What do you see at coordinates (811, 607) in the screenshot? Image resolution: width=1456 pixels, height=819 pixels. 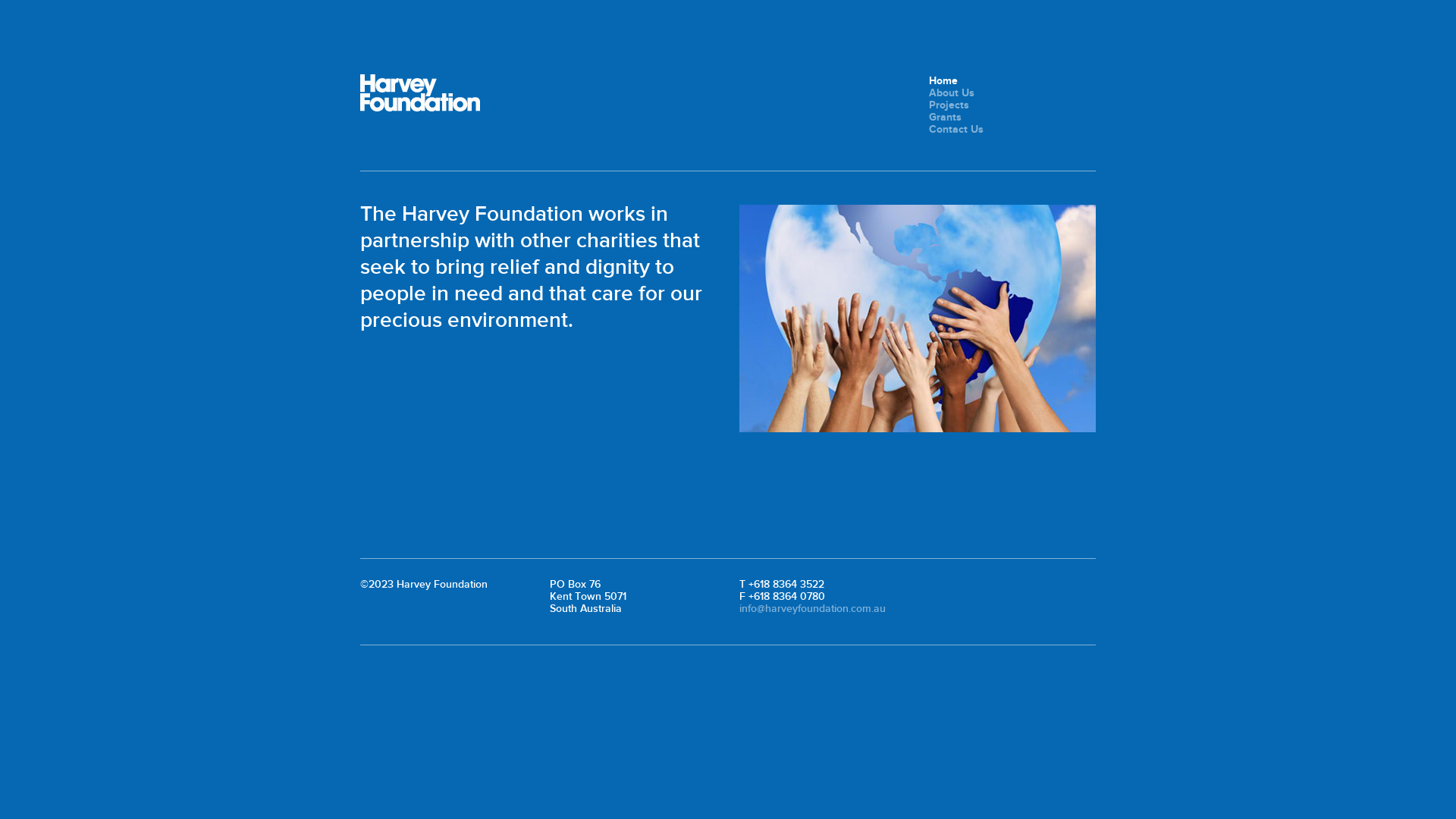 I see `'info@harveyfoundation.com.au'` at bounding box center [811, 607].